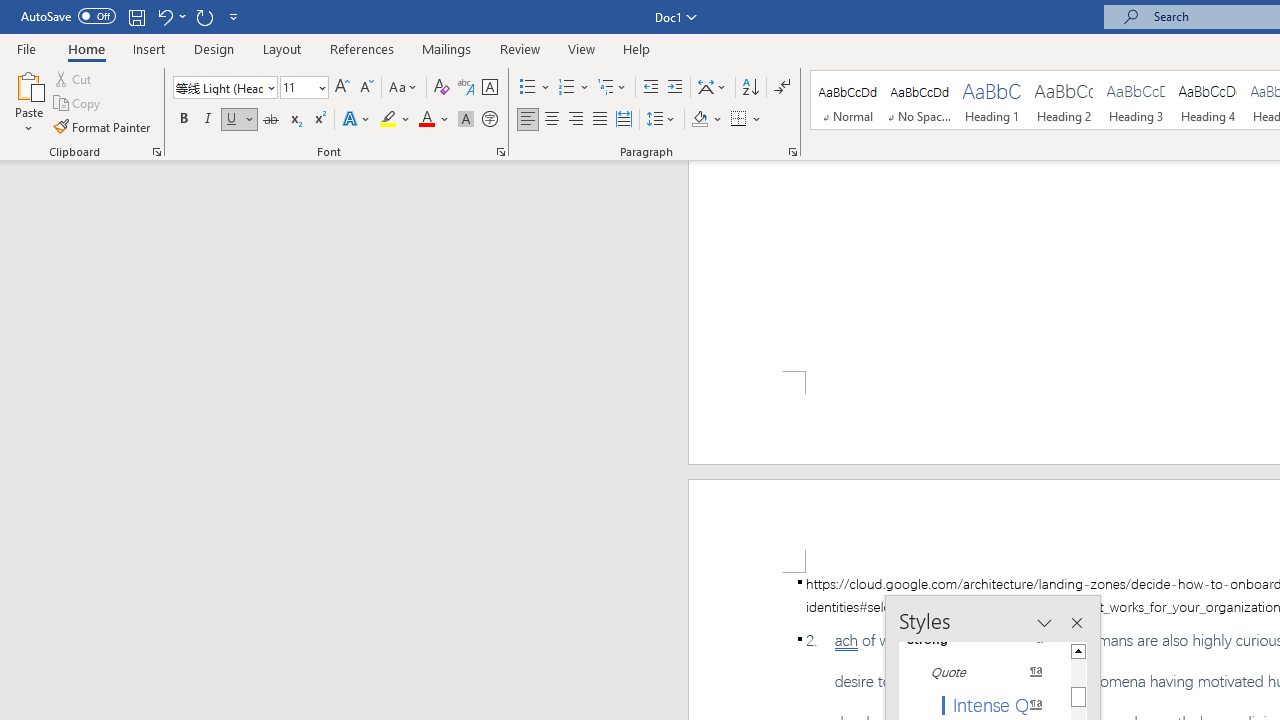 Image resolution: width=1280 pixels, height=720 pixels. I want to click on 'Enclose Characters...', so click(489, 119).